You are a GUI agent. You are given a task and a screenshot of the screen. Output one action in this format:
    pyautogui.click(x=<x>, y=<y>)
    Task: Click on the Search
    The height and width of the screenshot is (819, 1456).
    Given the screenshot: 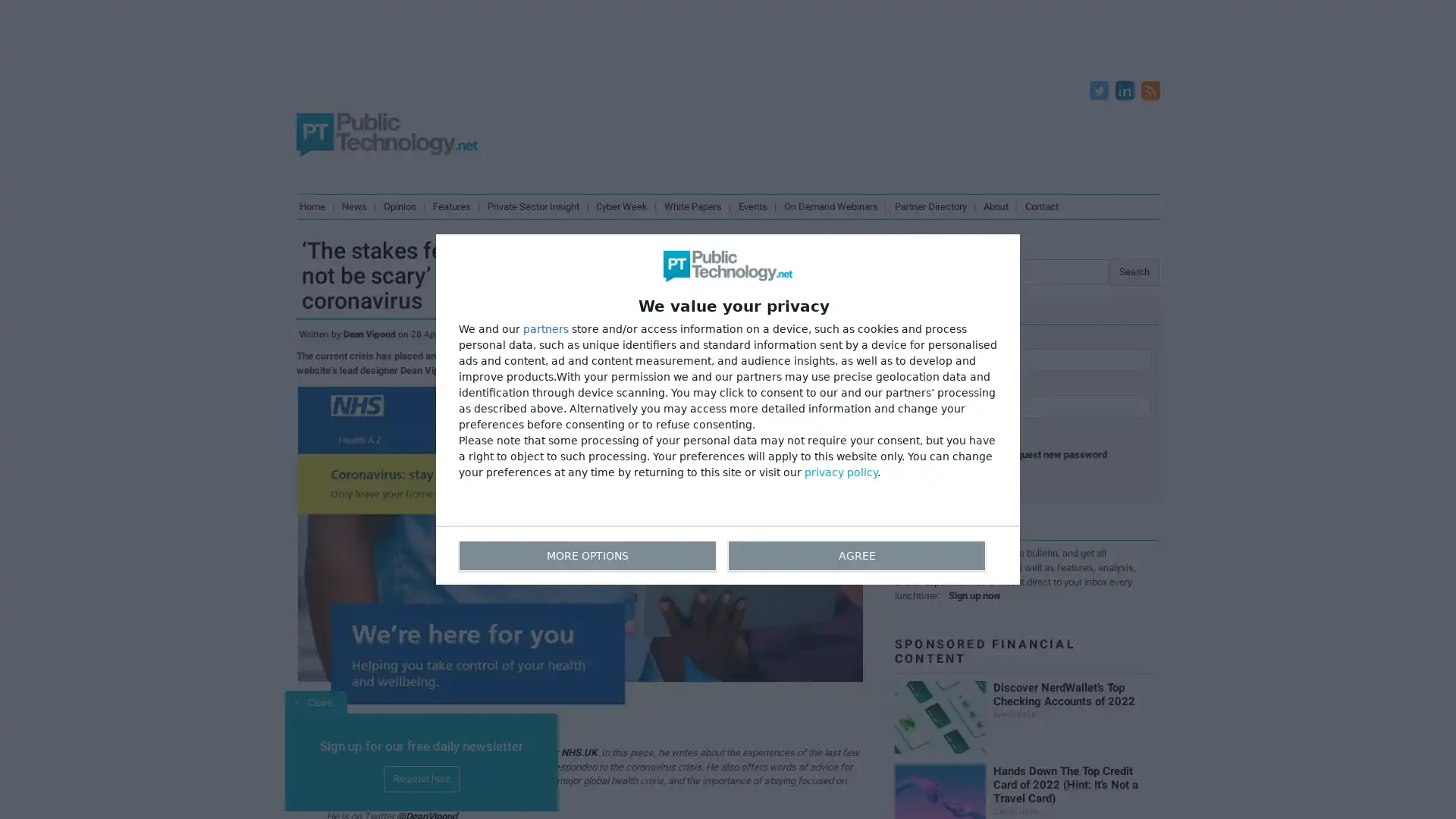 What is the action you would take?
    pyautogui.click(x=1182, y=265)
    